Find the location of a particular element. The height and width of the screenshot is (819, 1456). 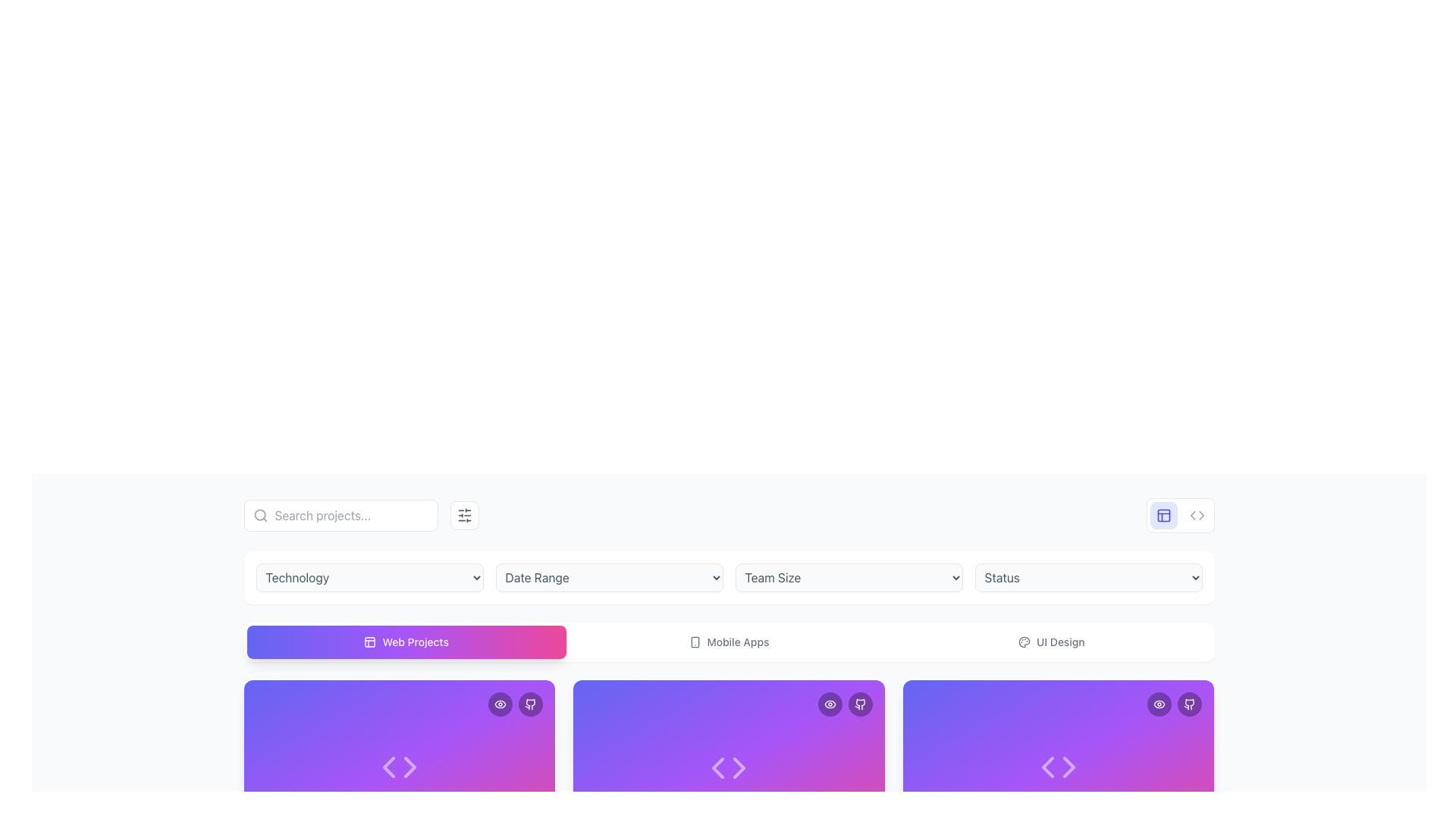

the expanded options within the 'Status' dropdown menu, which is the rightmost dropdown in the top-center grid of the interface is located at coordinates (1087, 578).